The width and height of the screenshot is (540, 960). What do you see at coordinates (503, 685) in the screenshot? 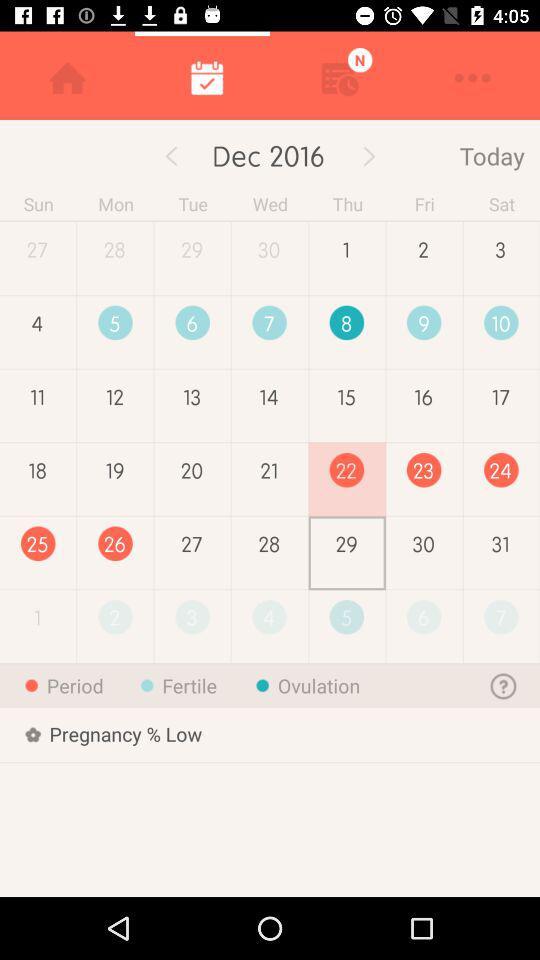
I see `the help icon` at bounding box center [503, 685].